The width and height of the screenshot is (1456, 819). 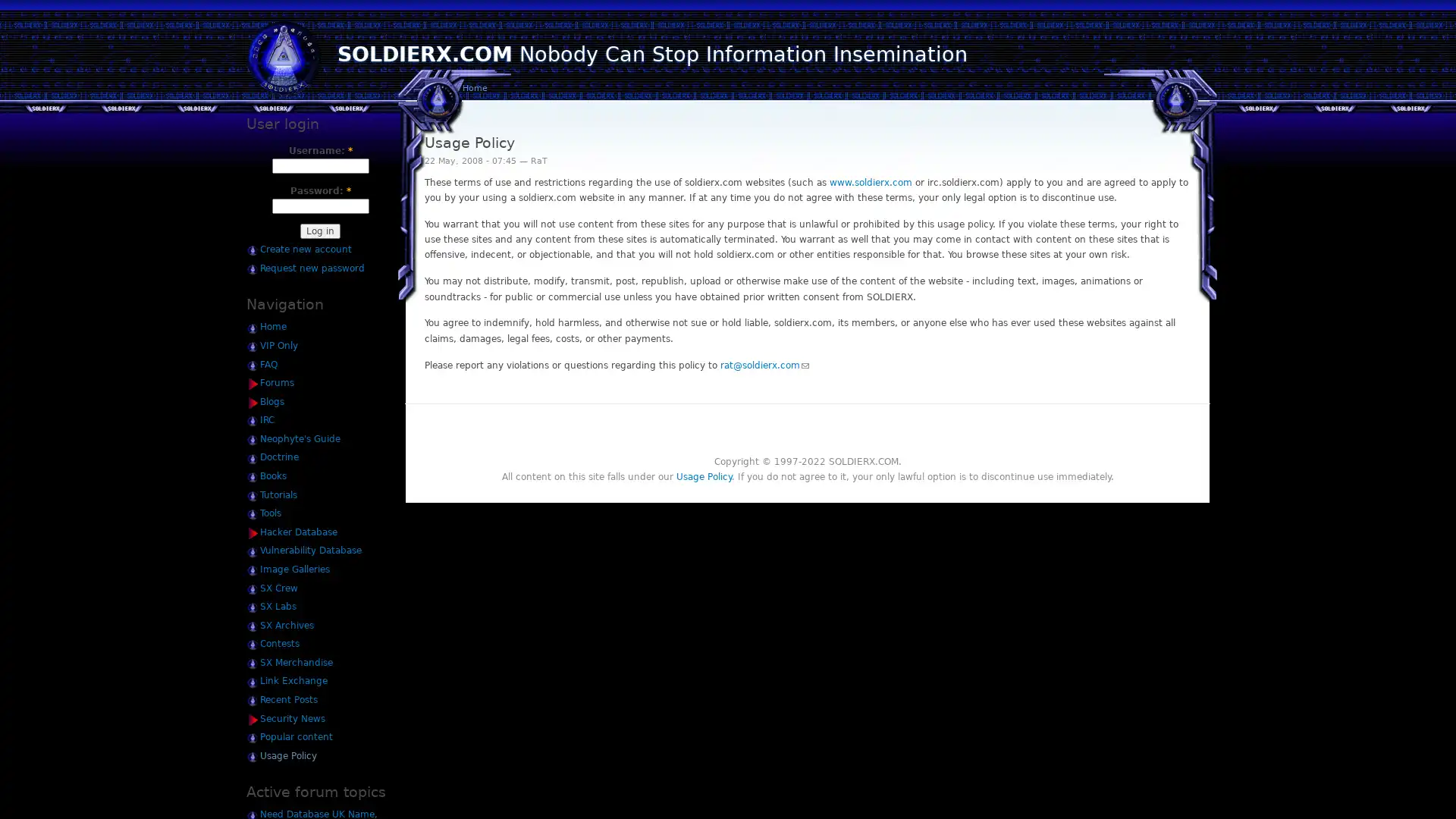 I want to click on Log in, so click(x=319, y=231).